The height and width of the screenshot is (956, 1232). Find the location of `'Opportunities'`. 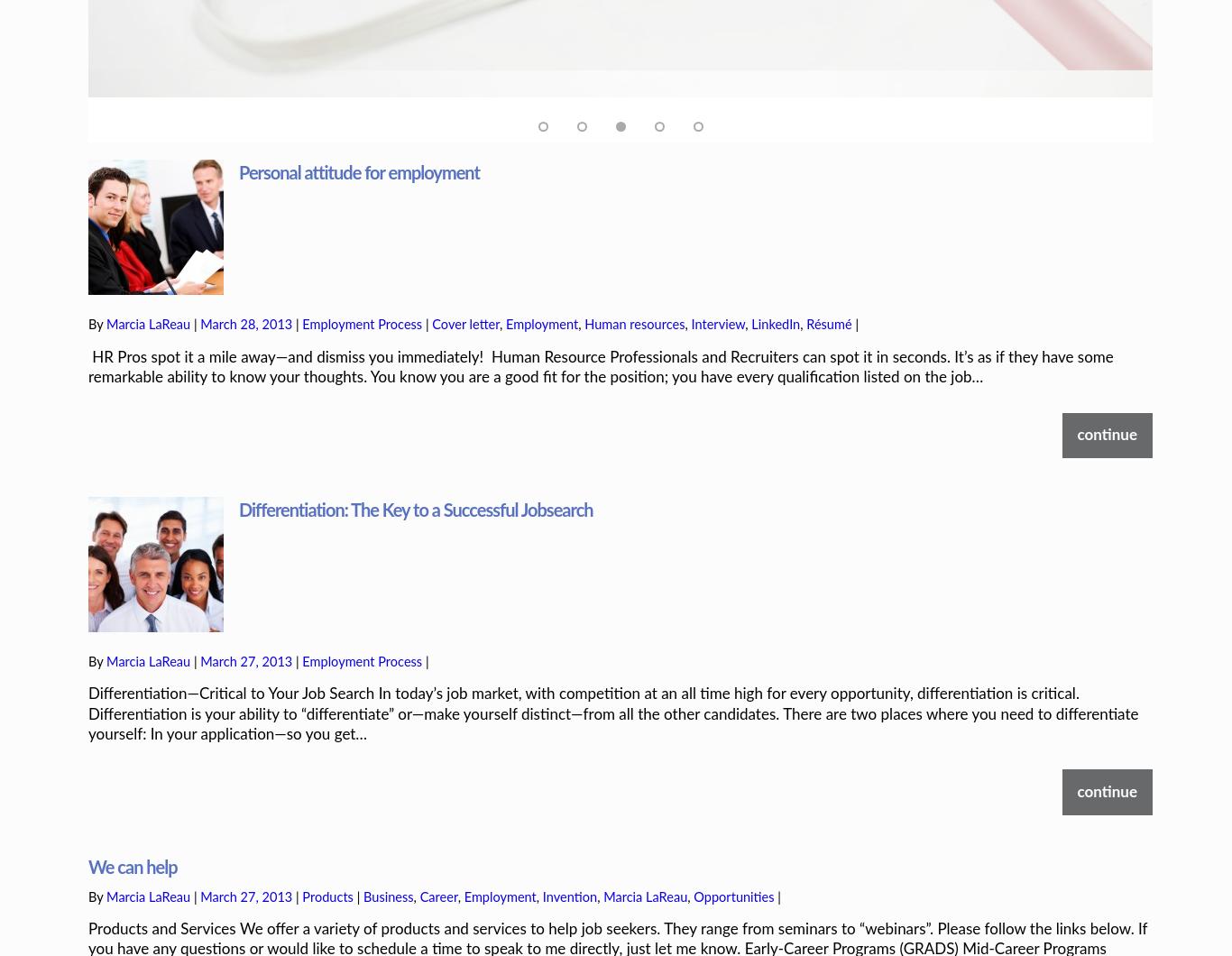

'Opportunities' is located at coordinates (732, 835).